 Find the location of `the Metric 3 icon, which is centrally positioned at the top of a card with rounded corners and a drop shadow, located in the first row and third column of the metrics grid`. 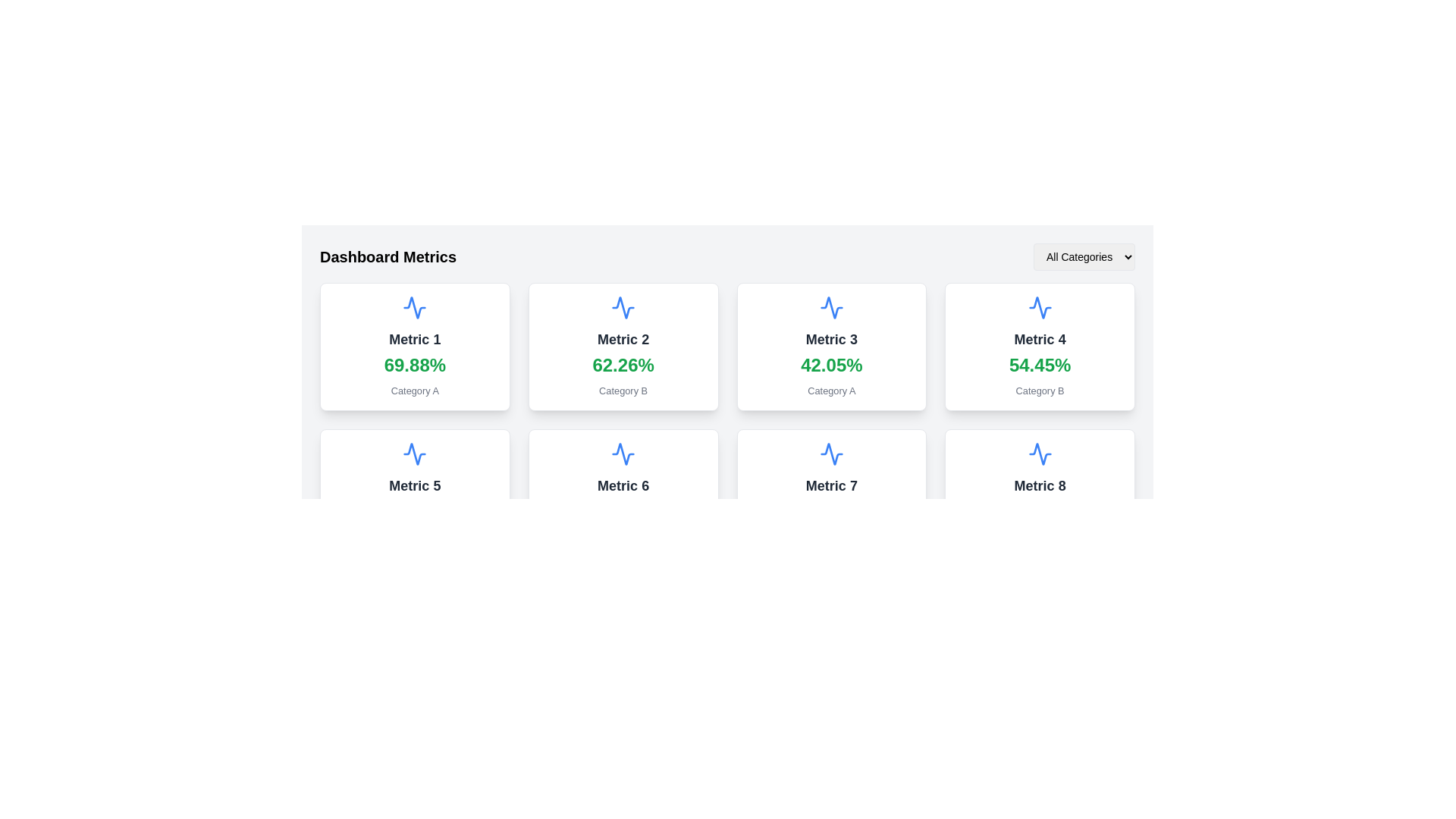

the Metric 3 icon, which is centrally positioned at the top of a card with rounded corners and a drop shadow, located in the first row and third column of the metrics grid is located at coordinates (830, 307).